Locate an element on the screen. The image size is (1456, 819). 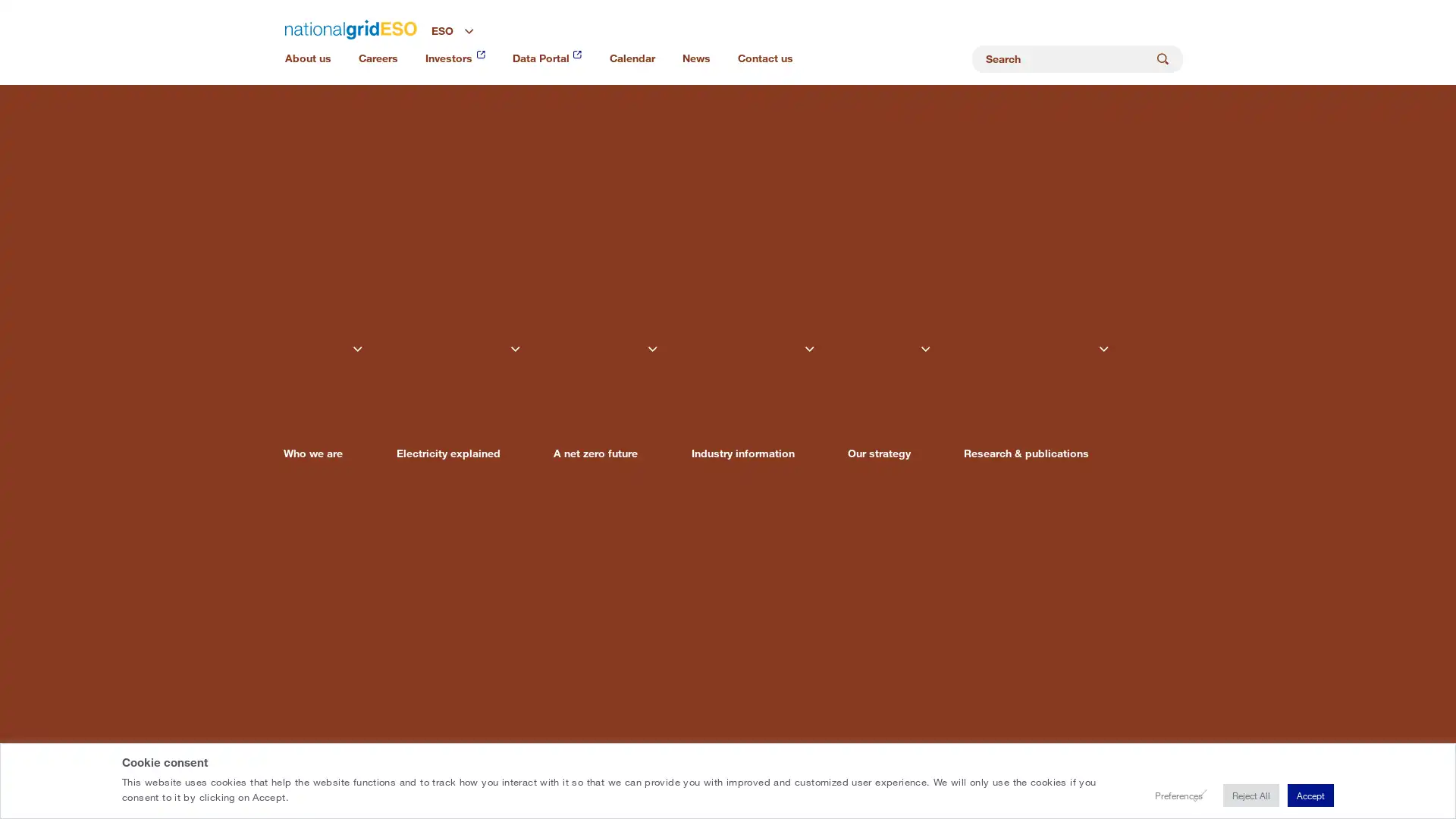
Reject All is located at coordinates (1237, 795).